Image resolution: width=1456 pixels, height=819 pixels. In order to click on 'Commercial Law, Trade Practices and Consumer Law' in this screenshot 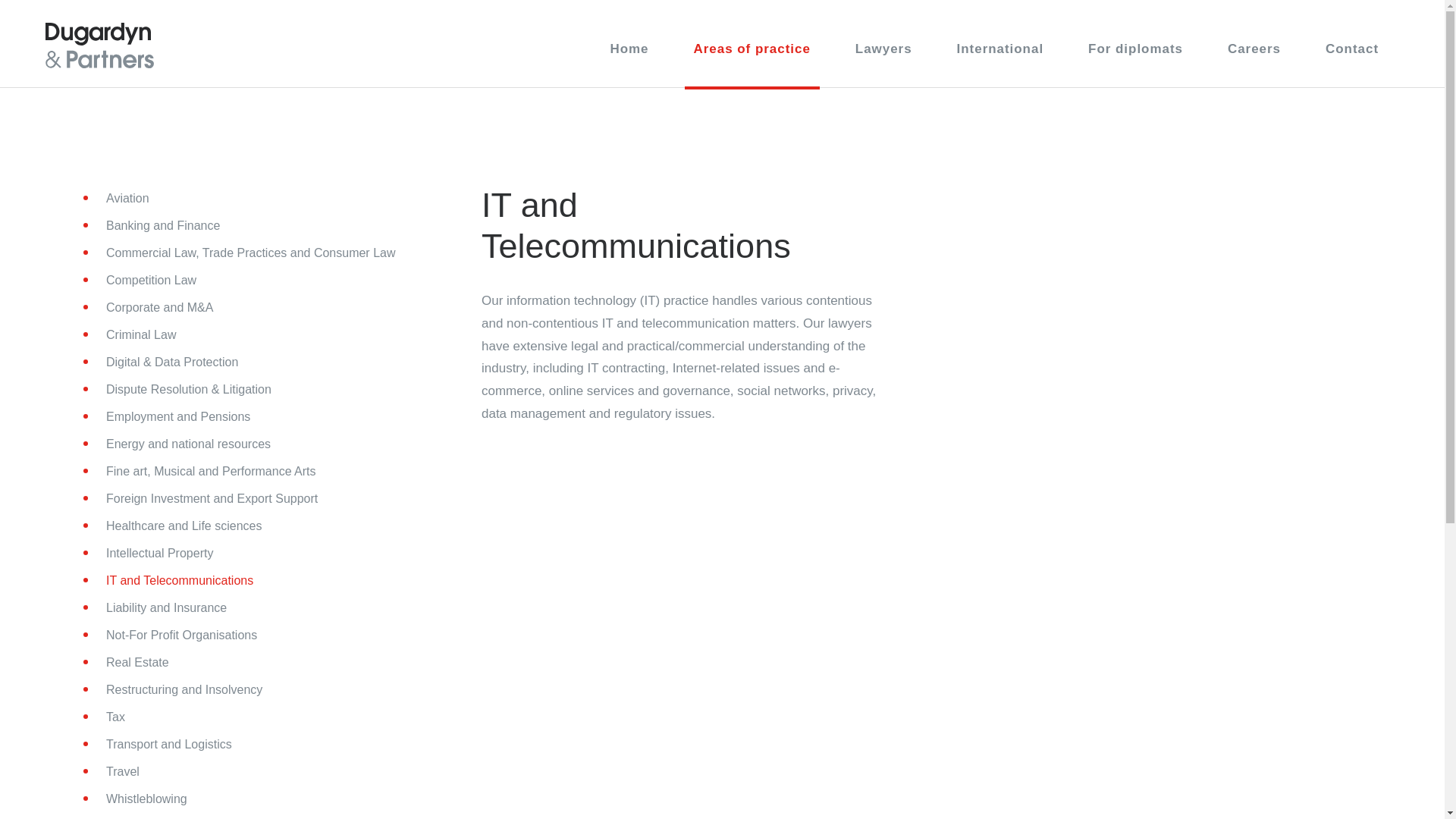, I will do `click(240, 253)`.